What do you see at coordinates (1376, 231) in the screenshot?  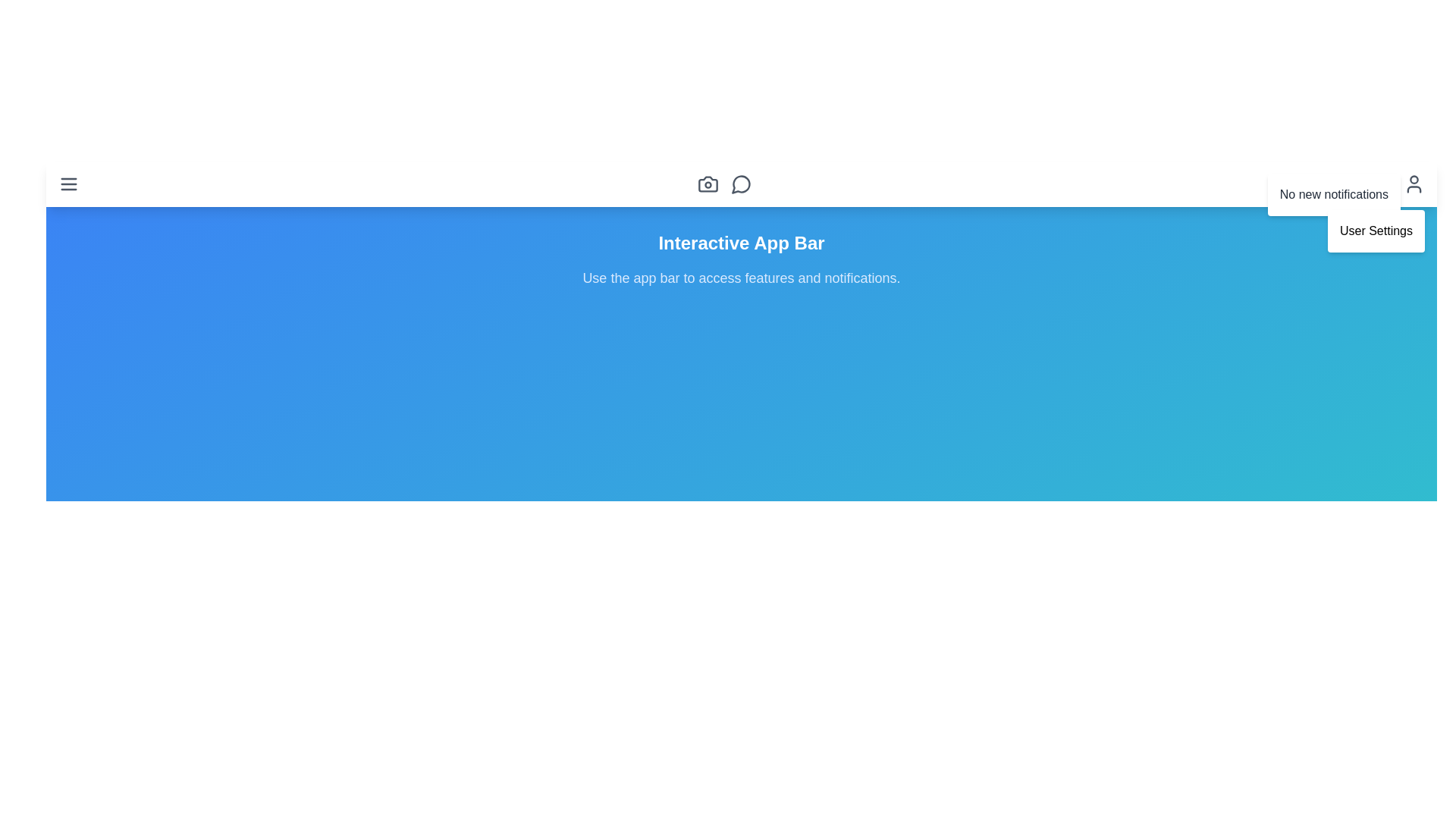 I see `the 'User Settings' option in the dropdown menu` at bounding box center [1376, 231].